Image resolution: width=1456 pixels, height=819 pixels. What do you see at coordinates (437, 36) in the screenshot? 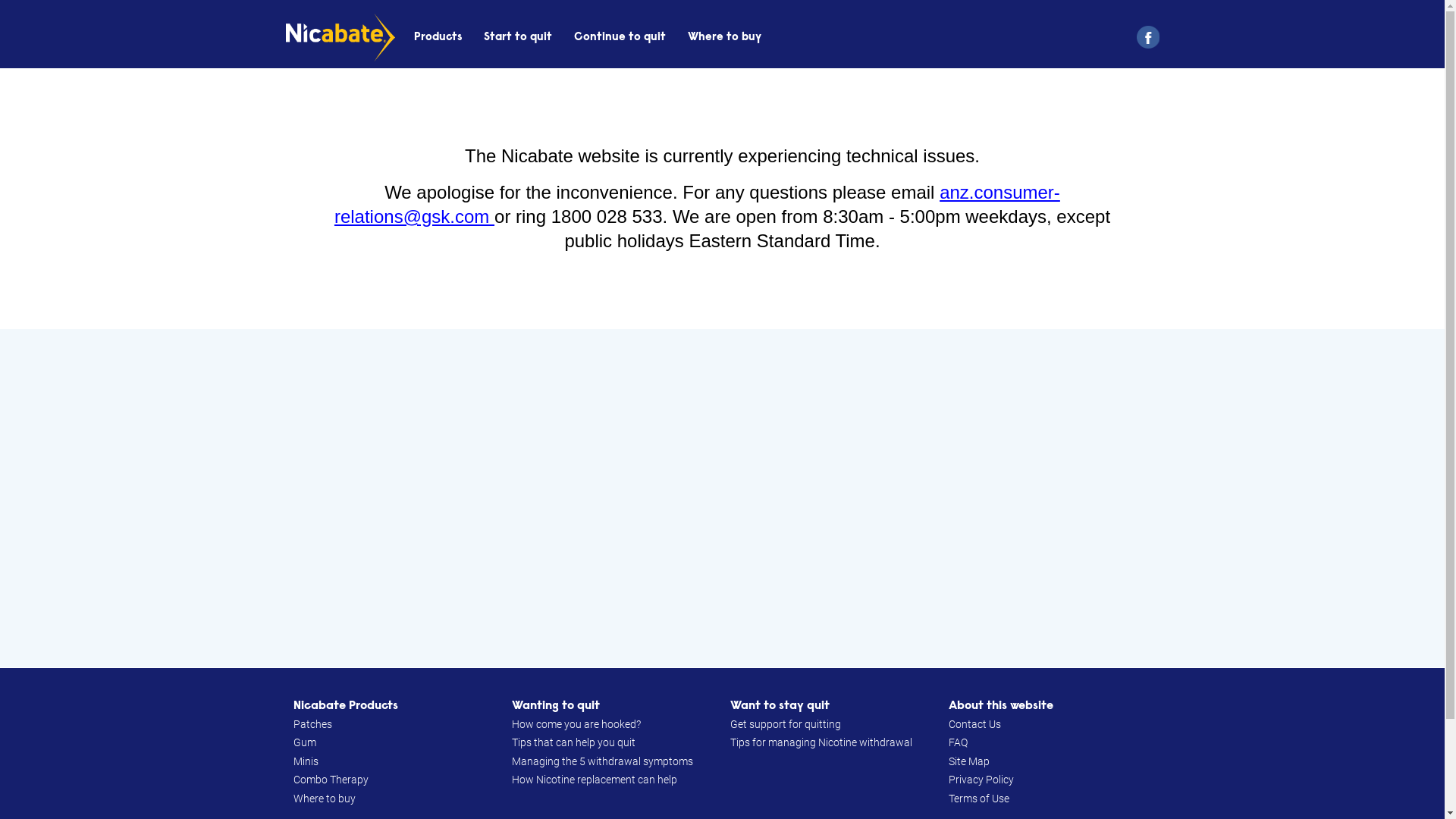
I see `'products'` at bounding box center [437, 36].